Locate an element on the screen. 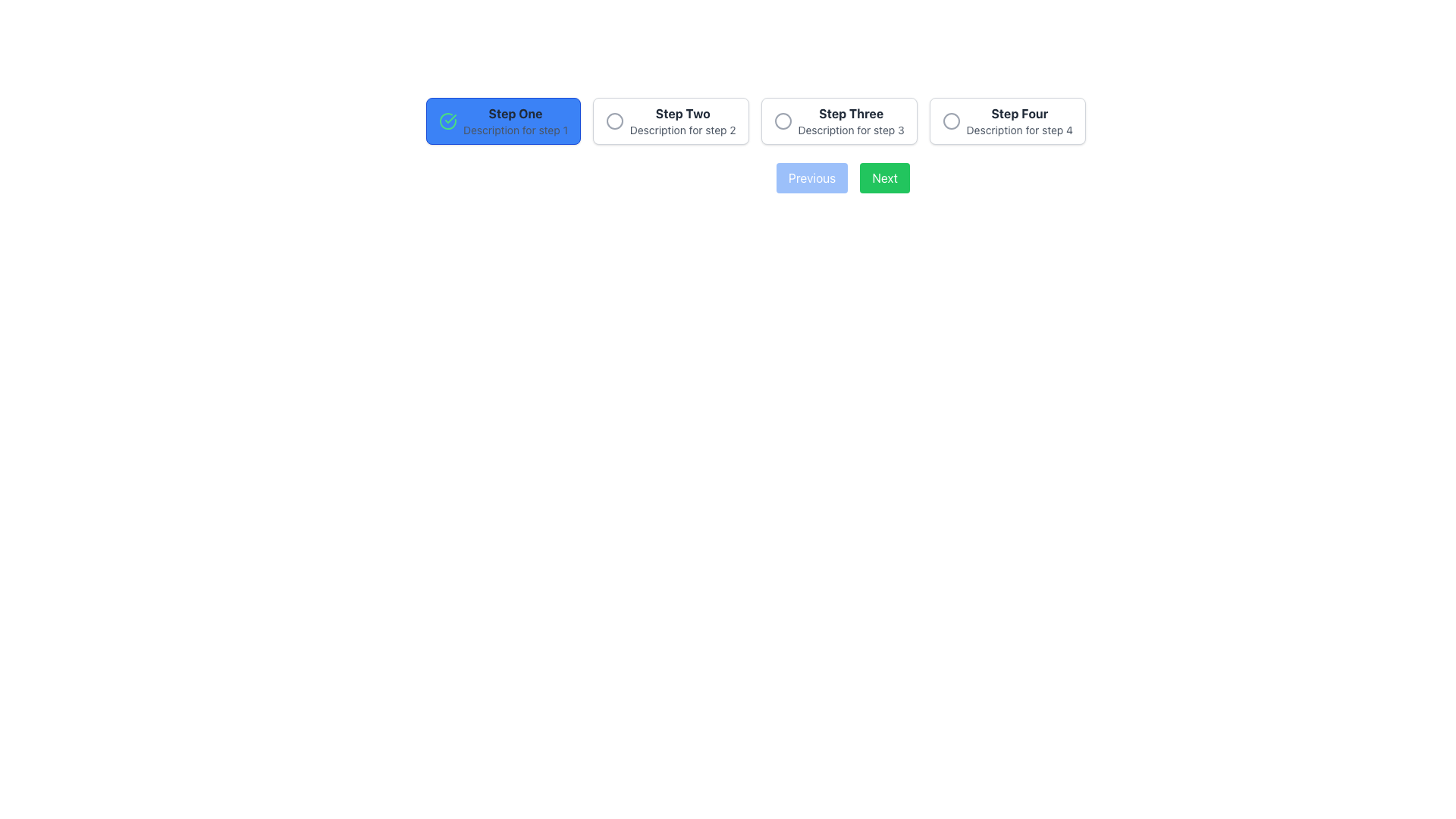 The height and width of the screenshot is (819, 1456). the leftmost navigation button located at the bottom of the interface is located at coordinates (811, 177).